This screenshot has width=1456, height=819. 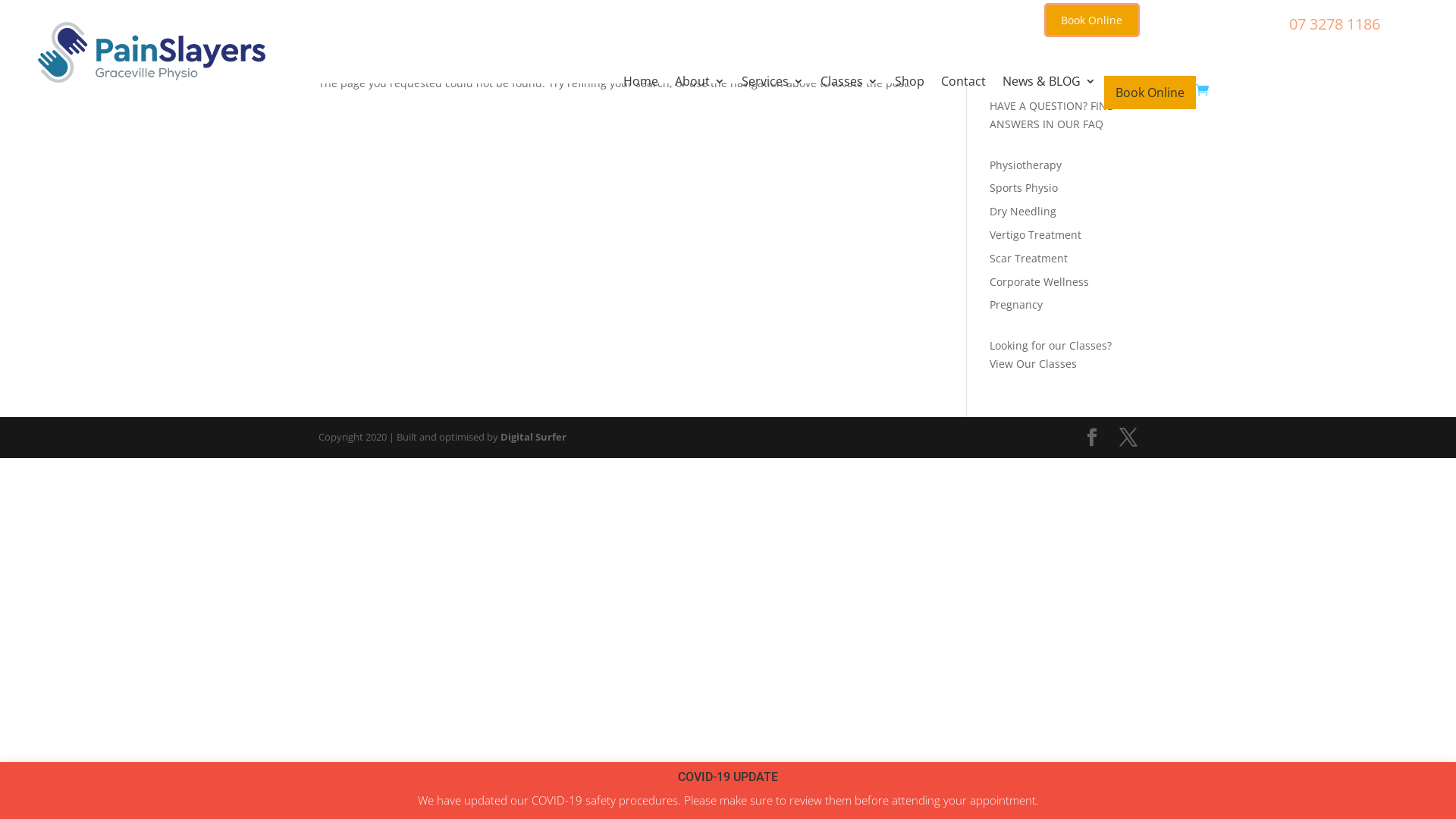 What do you see at coordinates (533, 436) in the screenshot?
I see `'Digital Surfer'` at bounding box center [533, 436].